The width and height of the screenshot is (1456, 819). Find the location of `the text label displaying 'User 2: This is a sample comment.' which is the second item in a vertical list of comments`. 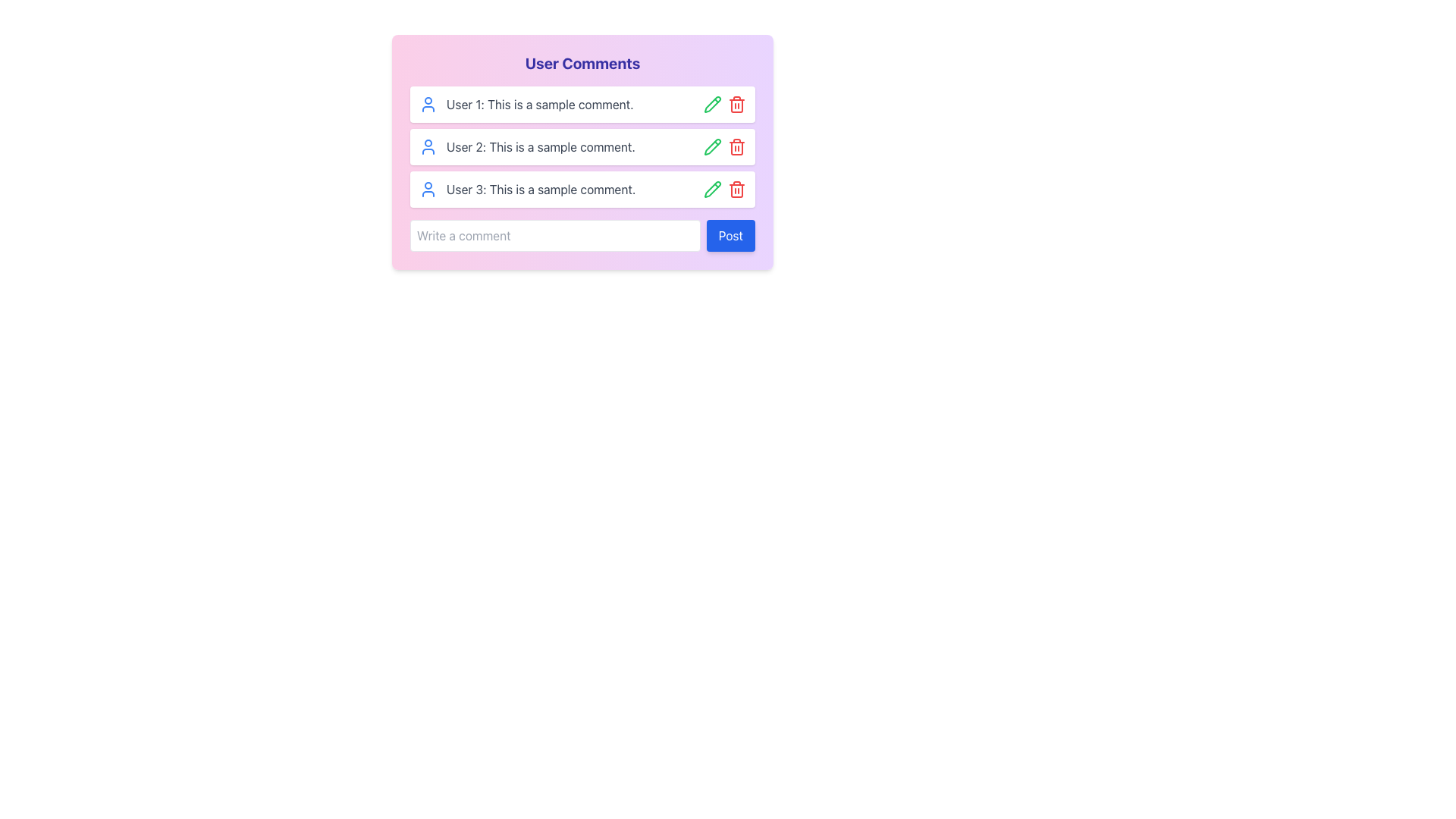

the text label displaying 'User 2: This is a sample comment.' which is the second item in a vertical list of comments is located at coordinates (541, 146).